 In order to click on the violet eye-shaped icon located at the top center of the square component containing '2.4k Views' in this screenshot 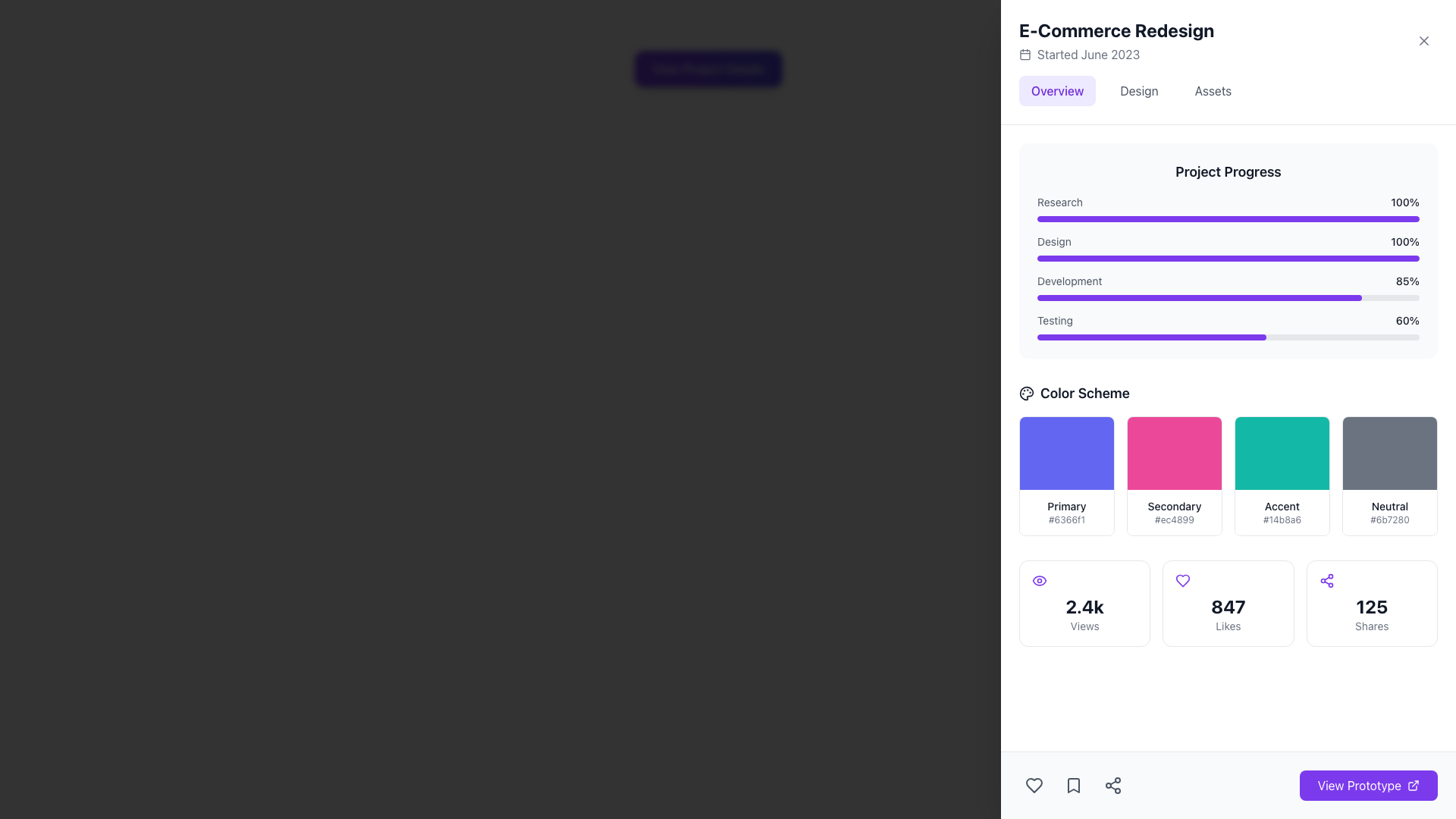, I will do `click(1039, 580)`.